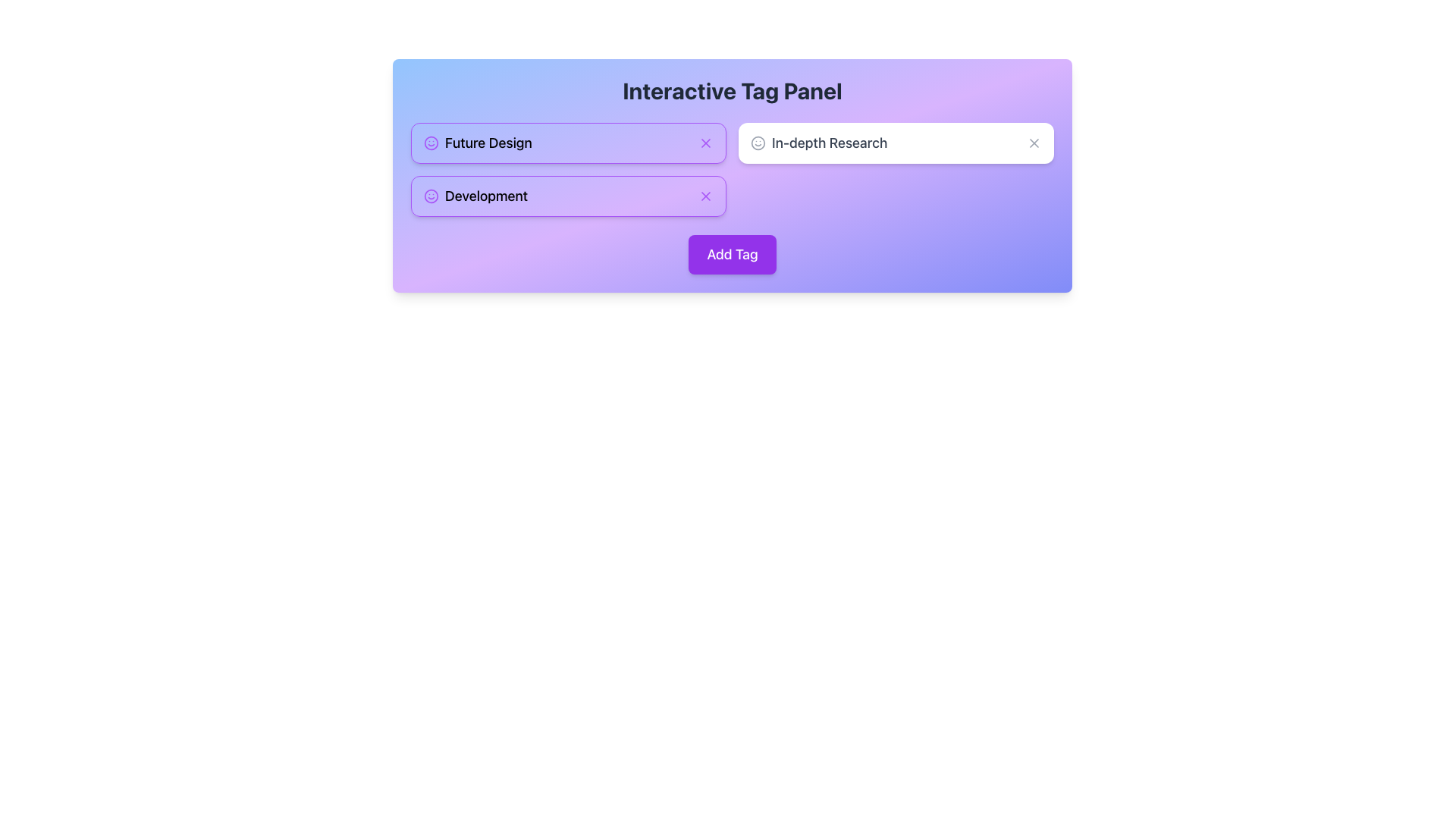 The height and width of the screenshot is (819, 1456). Describe the element at coordinates (758, 143) in the screenshot. I see `the smiling face icon located within the 'In-depth Research' tag in the interactive tag panel, positioned slightly above the center of the panel` at that location.